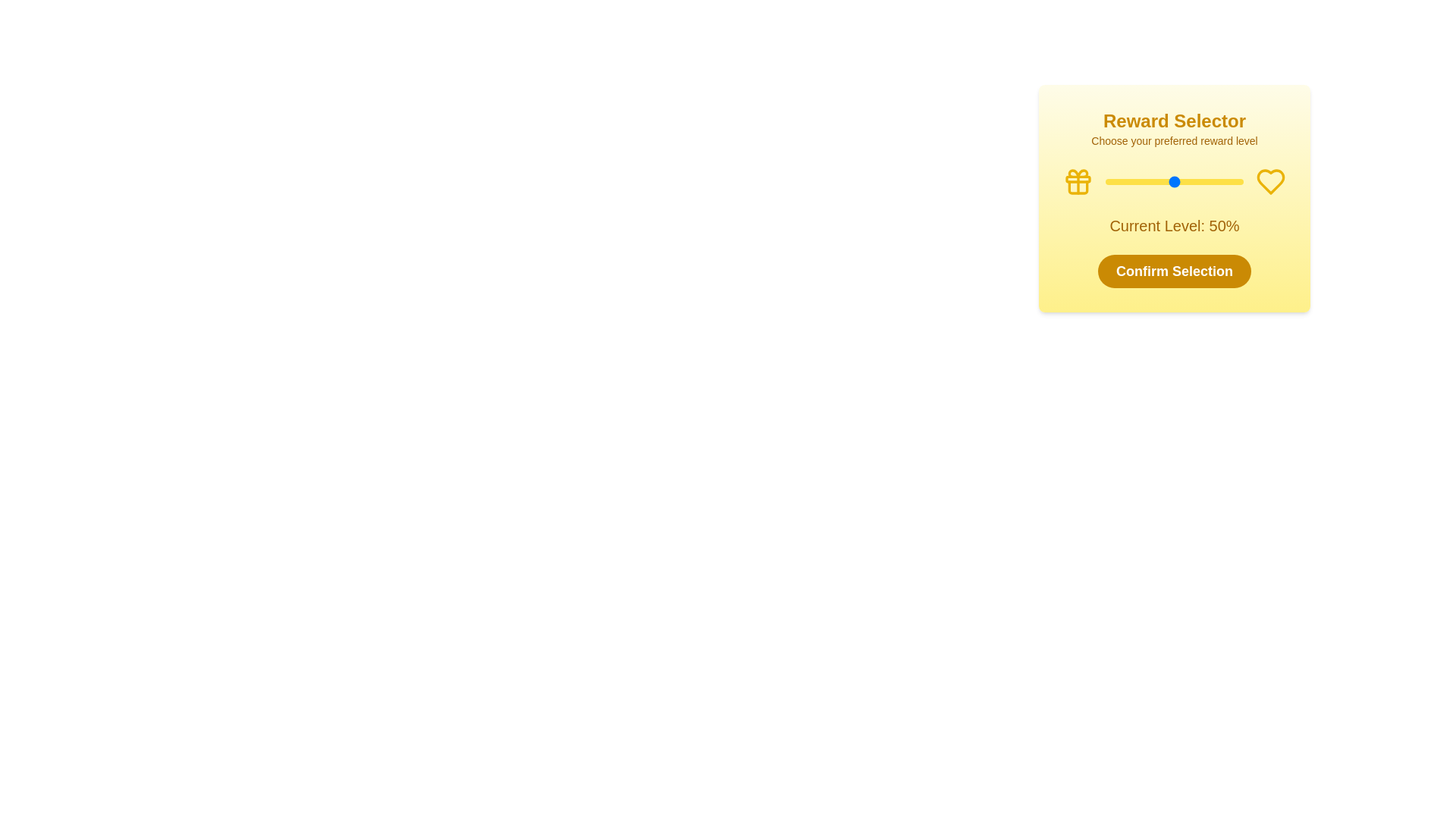 This screenshot has width=1456, height=819. Describe the element at coordinates (1174, 206) in the screenshot. I see `the 'Confirm Selection' button in the 'Reward Selector' modal box` at that location.